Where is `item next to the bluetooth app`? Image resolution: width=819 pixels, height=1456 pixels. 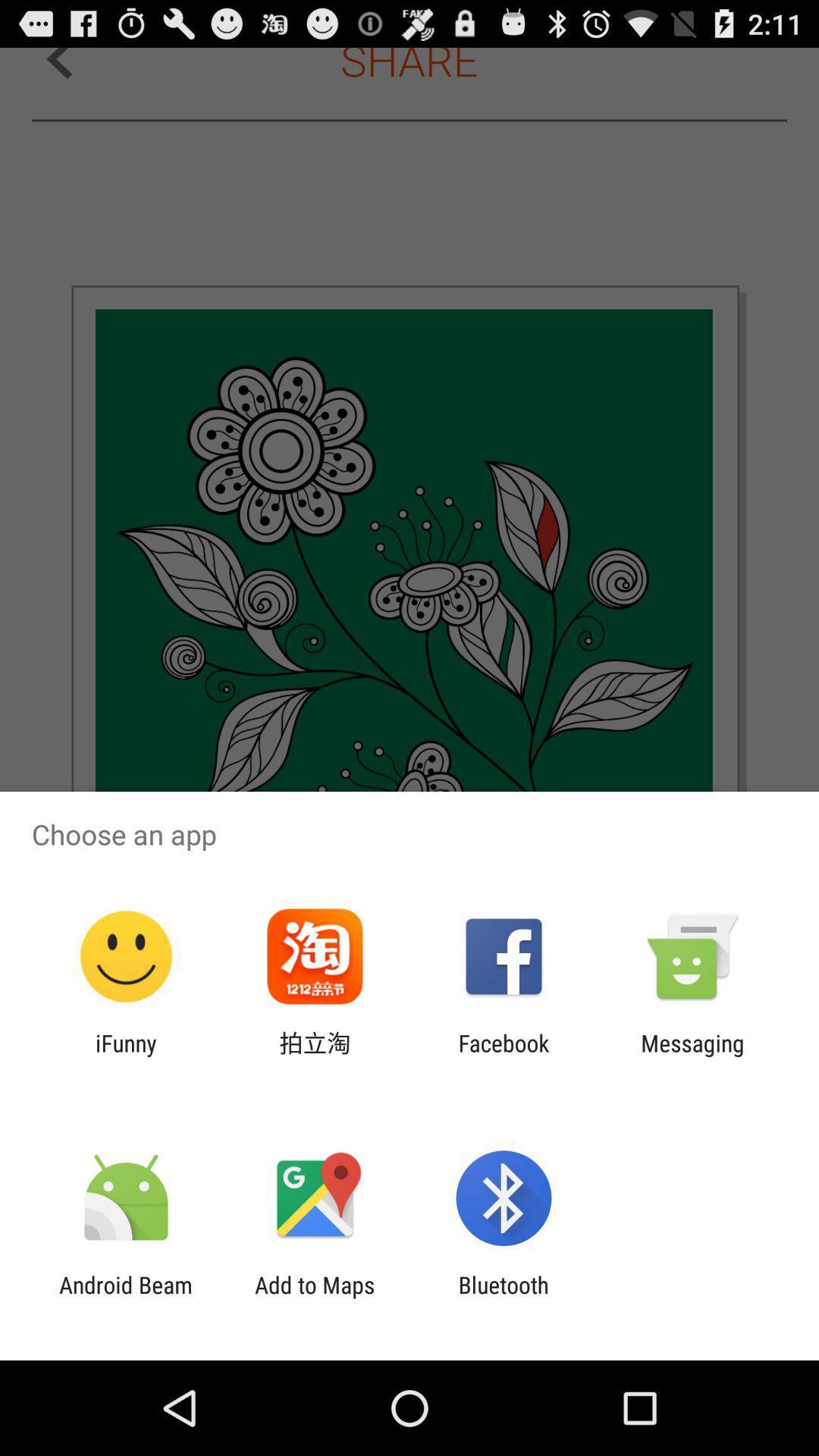
item next to the bluetooth app is located at coordinates (314, 1298).